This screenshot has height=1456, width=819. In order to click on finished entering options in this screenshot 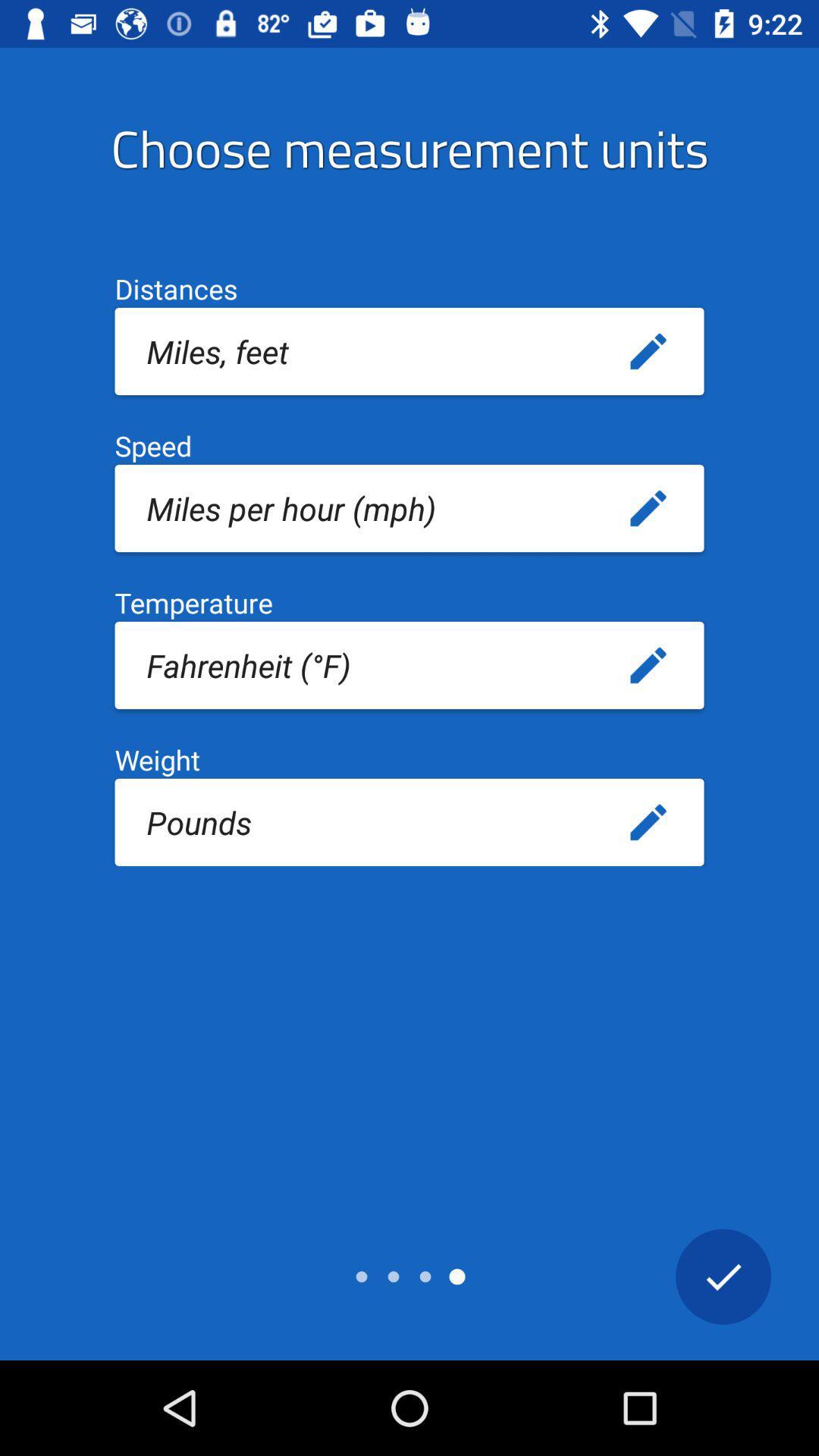, I will do `click(722, 1276)`.